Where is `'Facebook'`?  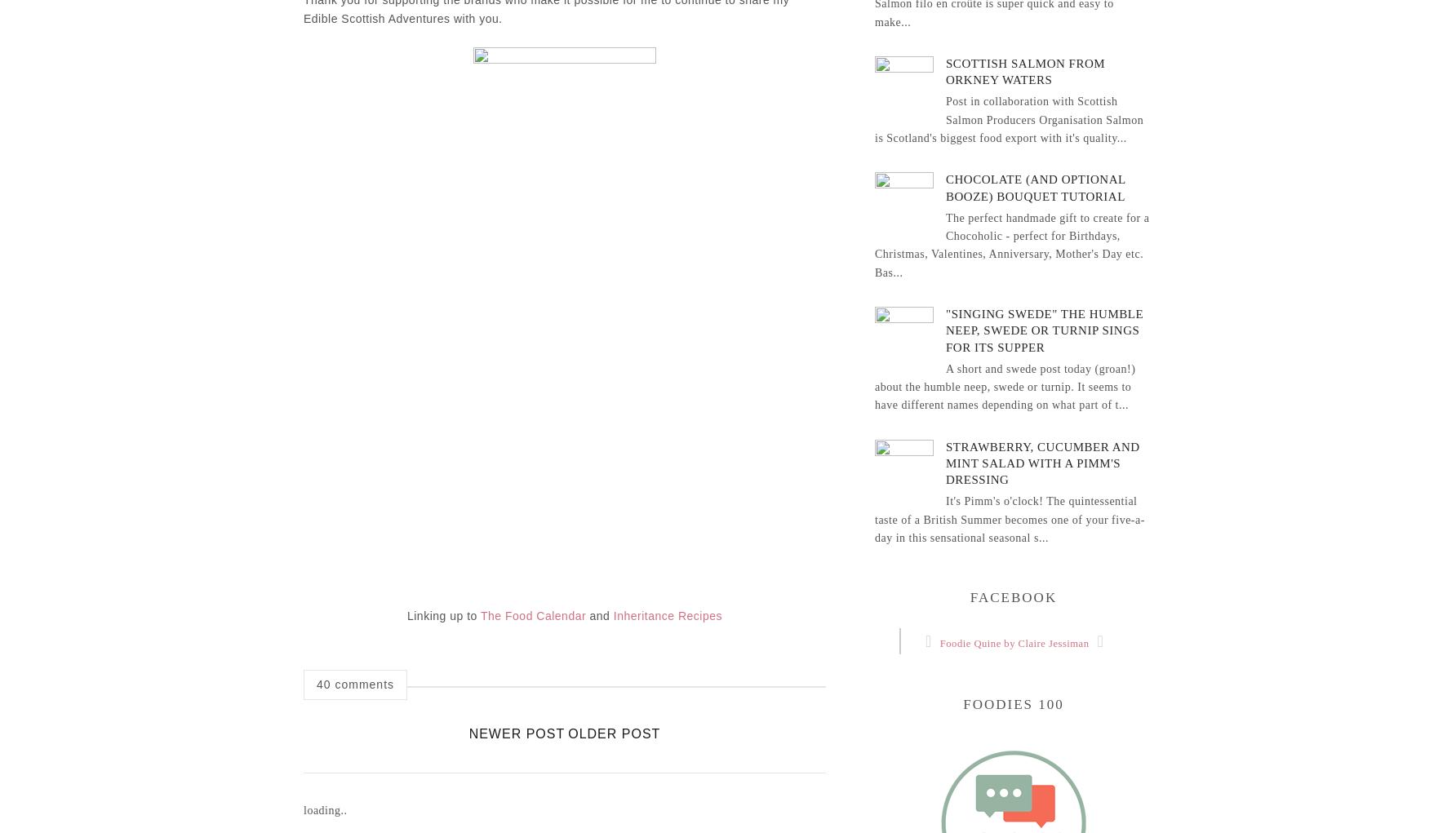
'Facebook' is located at coordinates (1012, 596).